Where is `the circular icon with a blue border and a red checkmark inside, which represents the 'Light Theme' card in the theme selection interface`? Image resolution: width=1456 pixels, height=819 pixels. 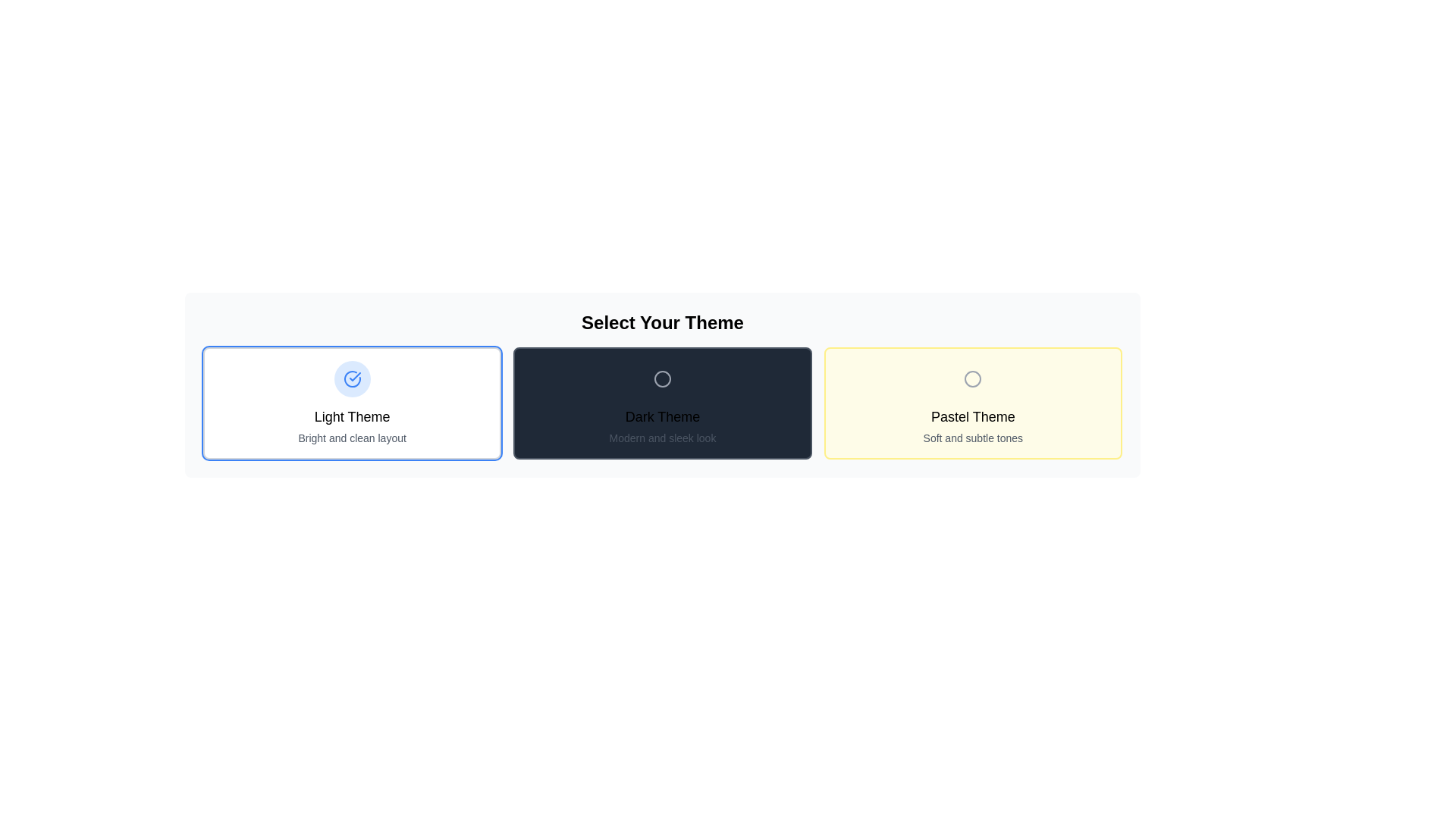 the circular icon with a blue border and a red checkmark inside, which represents the 'Light Theme' card in the theme selection interface is located at coordinates (351, 378).